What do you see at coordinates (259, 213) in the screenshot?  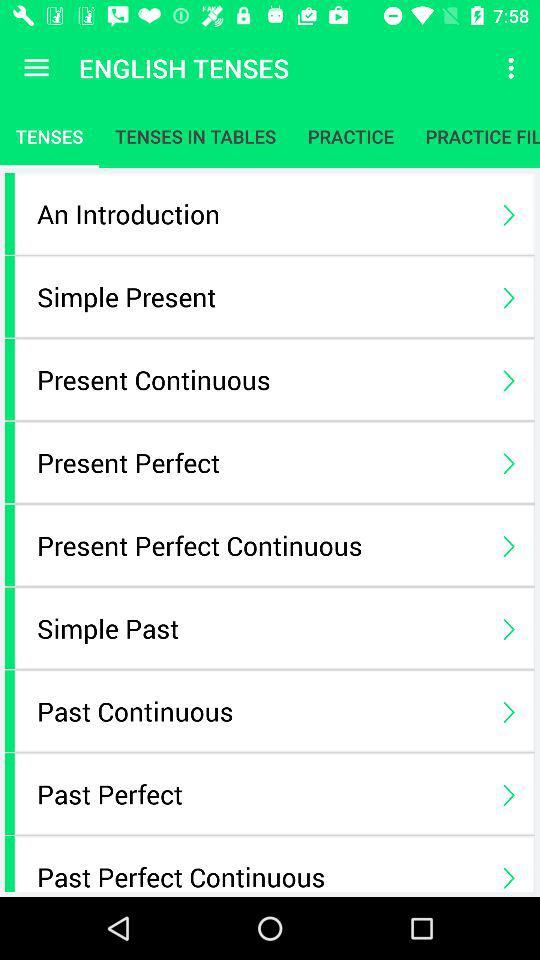 I see `an introduction` at bounding box center [259, 213].